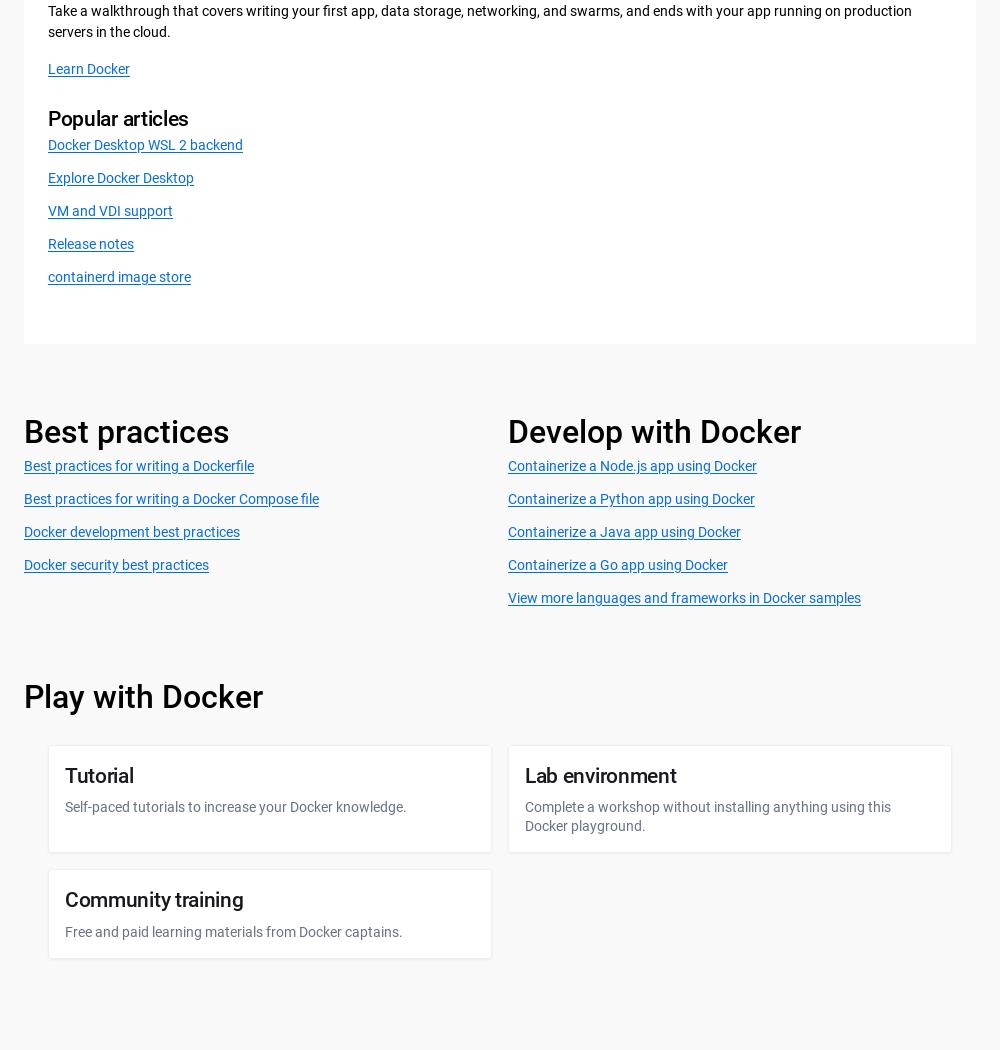 Image resolution: width=1000 pixels, height=1050 pixels. What do you see at coordinates (118, 275) in the screenshot?
I see `'containerd image store'` at bounding box center [118, 275].